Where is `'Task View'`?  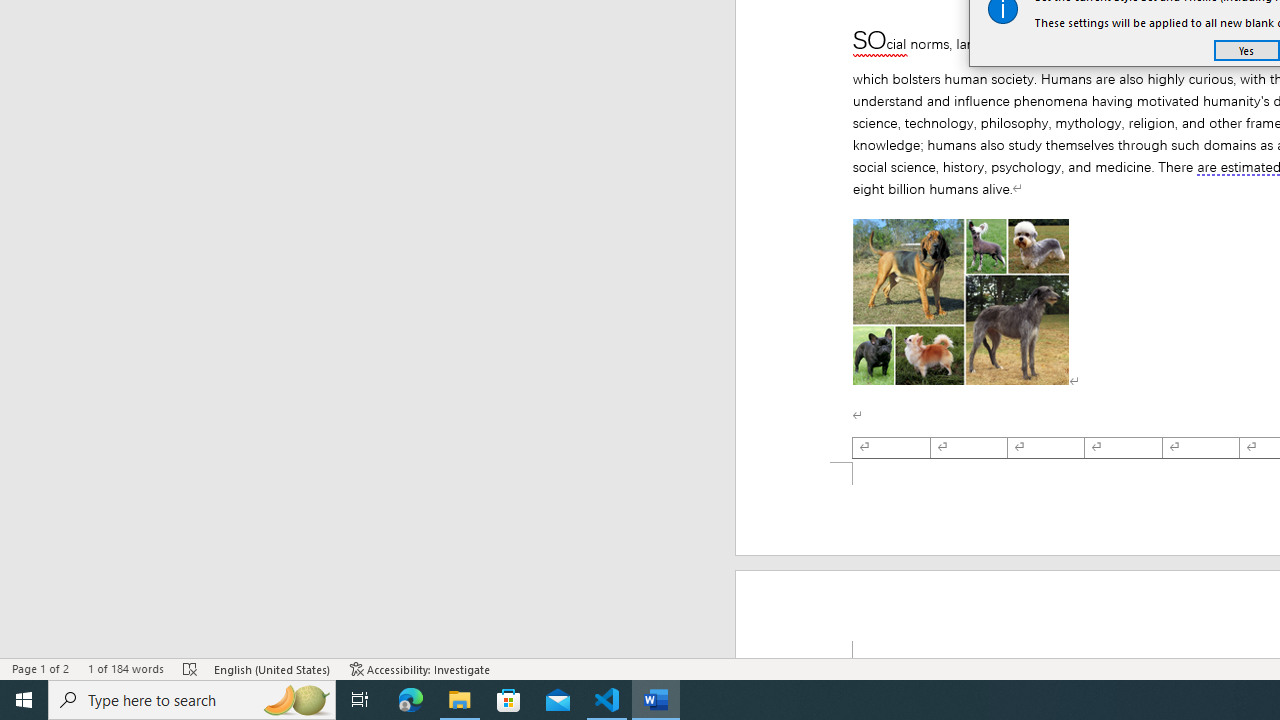 'Task View' is located at coordinates (359, 698).